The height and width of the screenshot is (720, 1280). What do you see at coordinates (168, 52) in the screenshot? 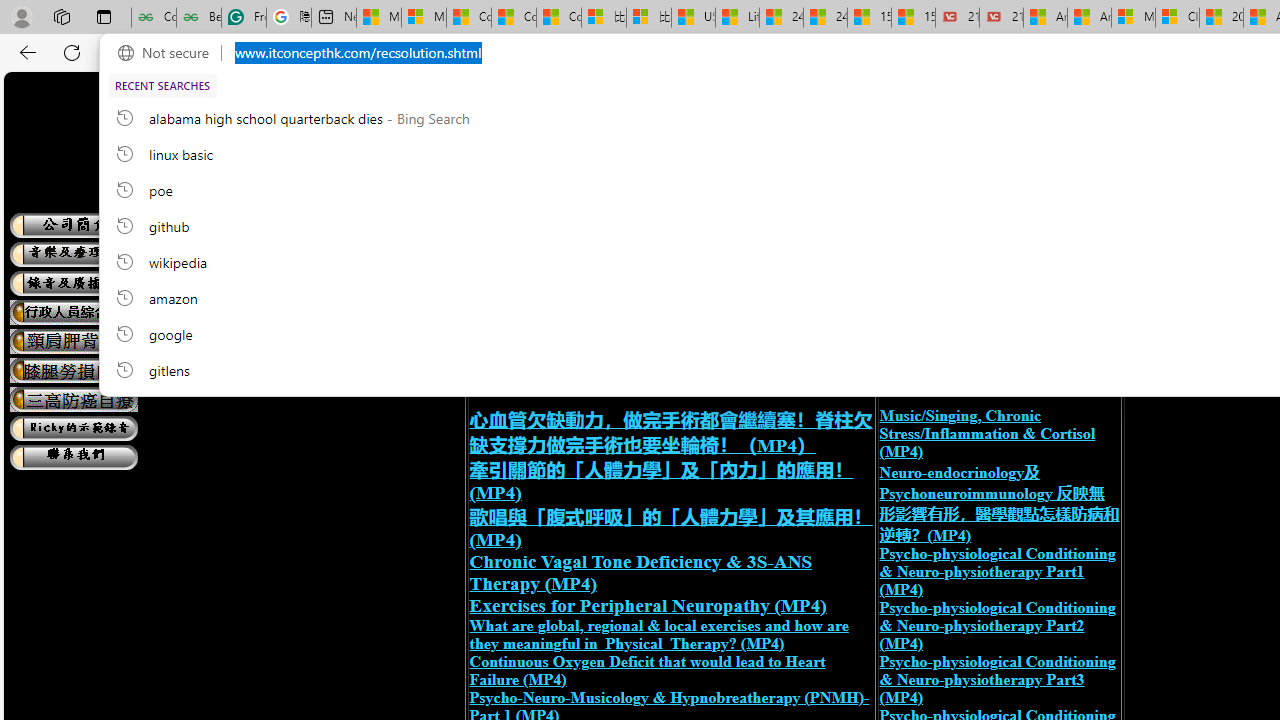
I see `'Not secure'` at bounding box center [168, 52].